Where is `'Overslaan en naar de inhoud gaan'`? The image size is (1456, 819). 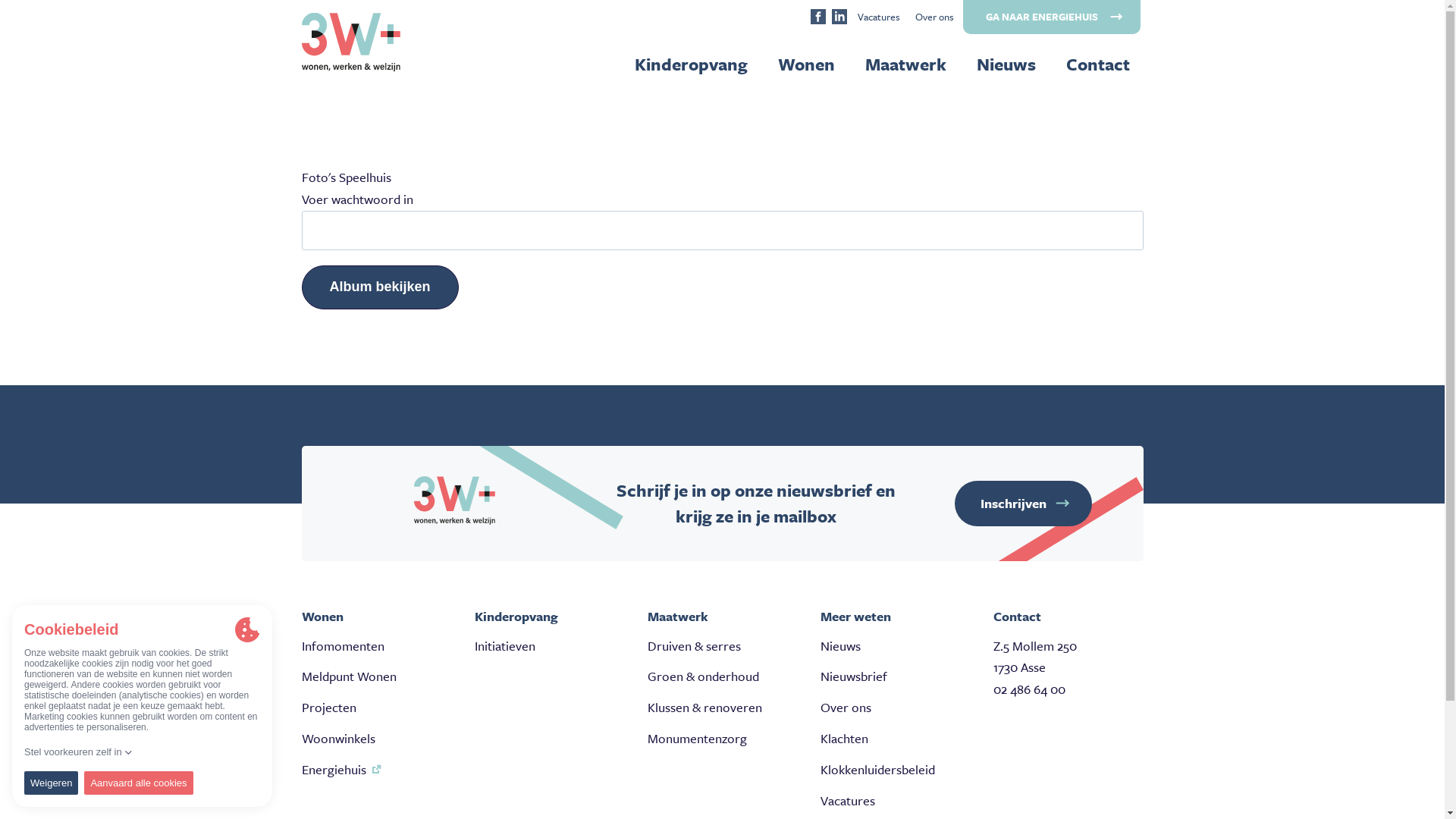 'Overslaan en naar de inhoud gaan' is located at coordinates (0, 0).